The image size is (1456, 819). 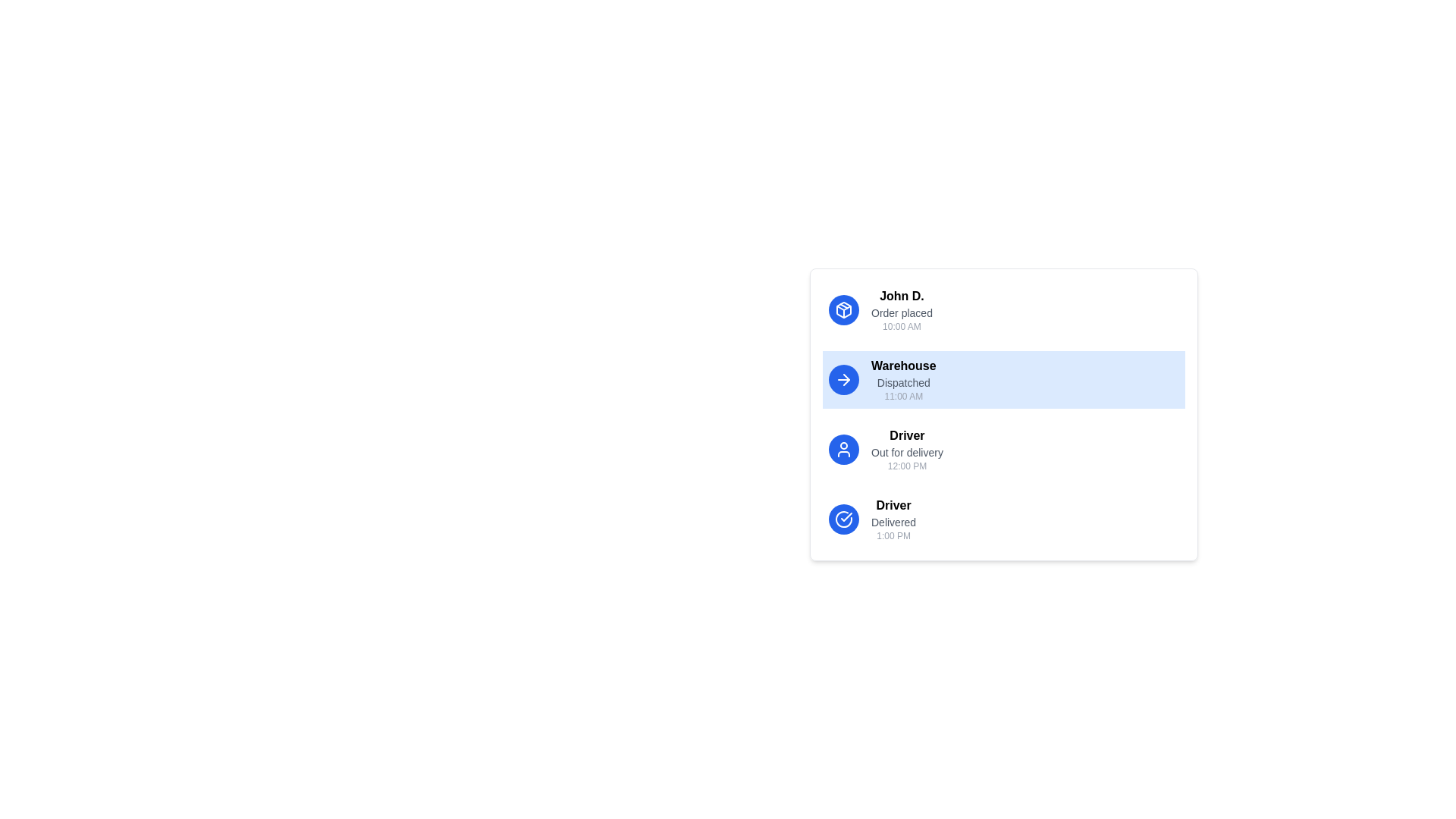 What do you see at coordinates (843, 309) in the screenshot?
I see `the package SVG icon located within the blue circular button to the left of the 'John D.' entry in the list segment` at bounding box center [843, 309].